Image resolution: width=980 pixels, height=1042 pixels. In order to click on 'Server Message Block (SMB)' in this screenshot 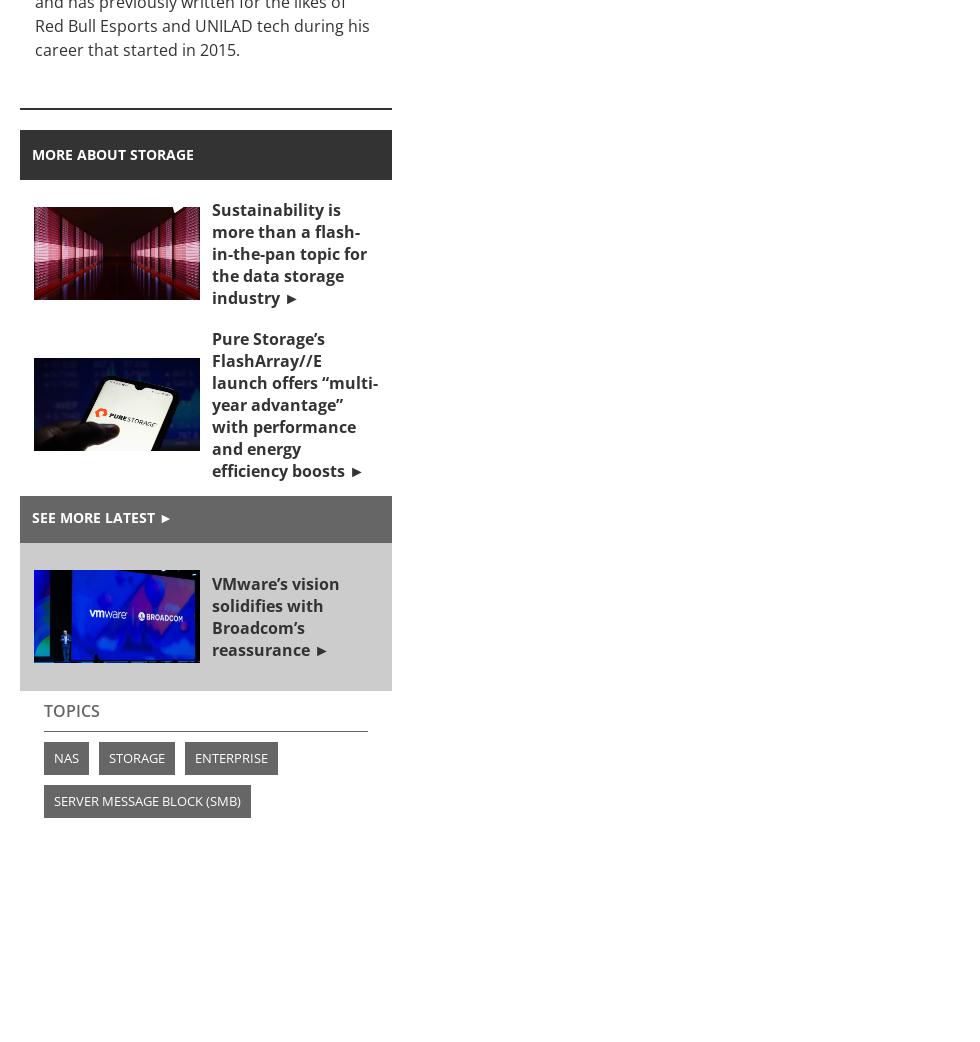, I will do `click(53, 800)`.